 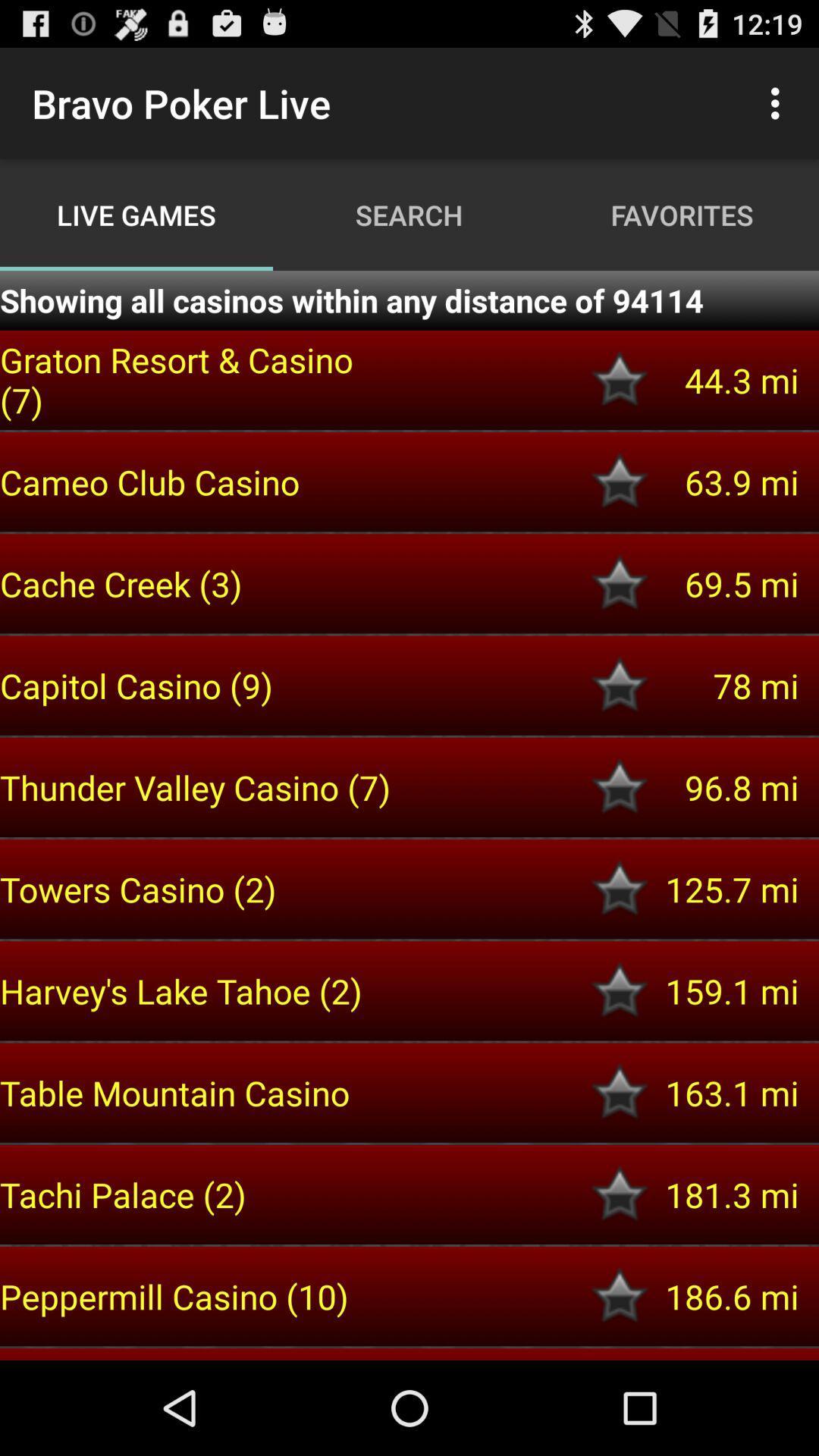 What do you see at coordinates (198, 787) in the screenshot?
I see `the icon above the towers casino (2) item` at bounding box center [198, 787].